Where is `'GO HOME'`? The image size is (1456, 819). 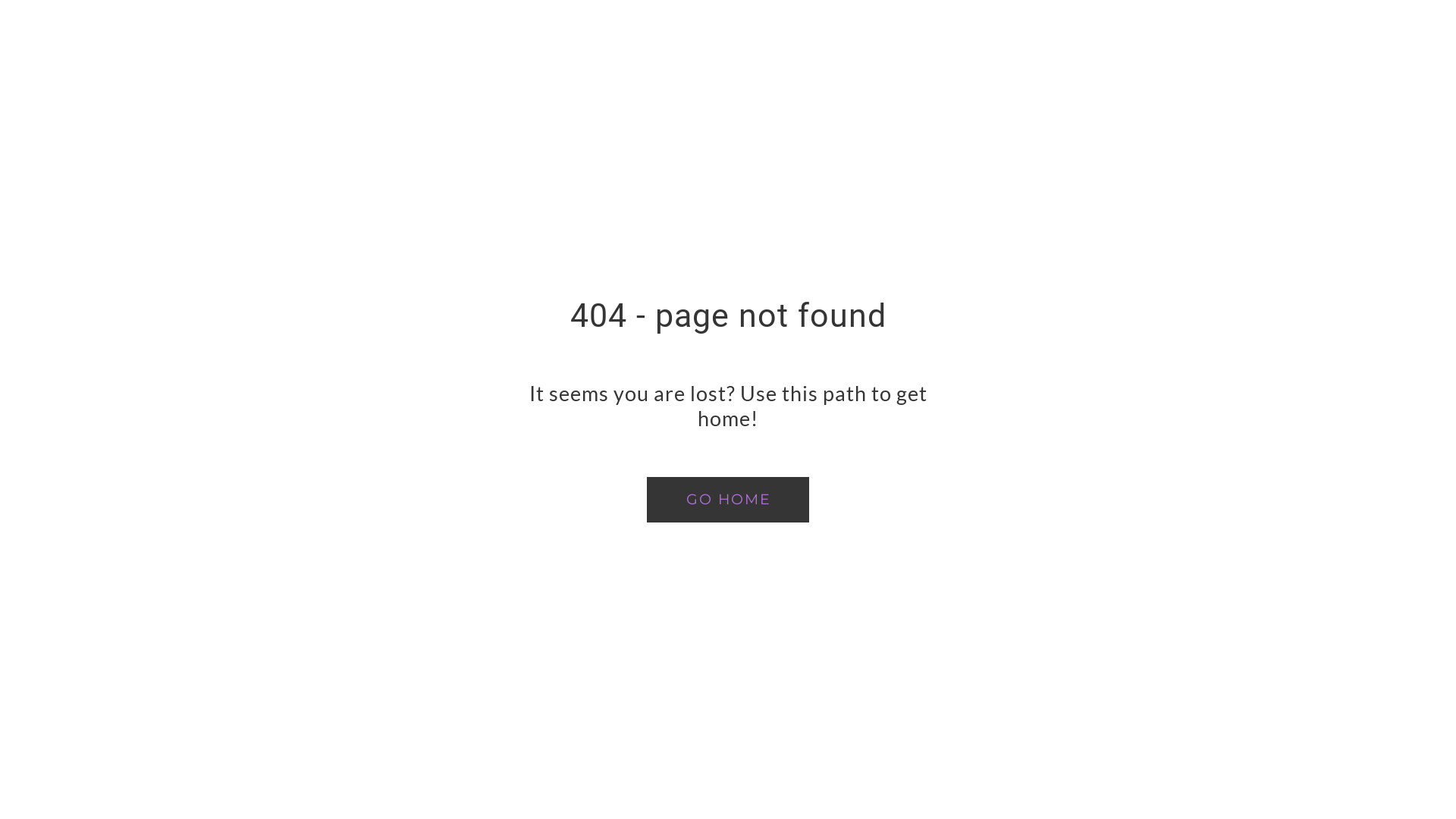 'GO HOME' is located at coordinates (728, 500).